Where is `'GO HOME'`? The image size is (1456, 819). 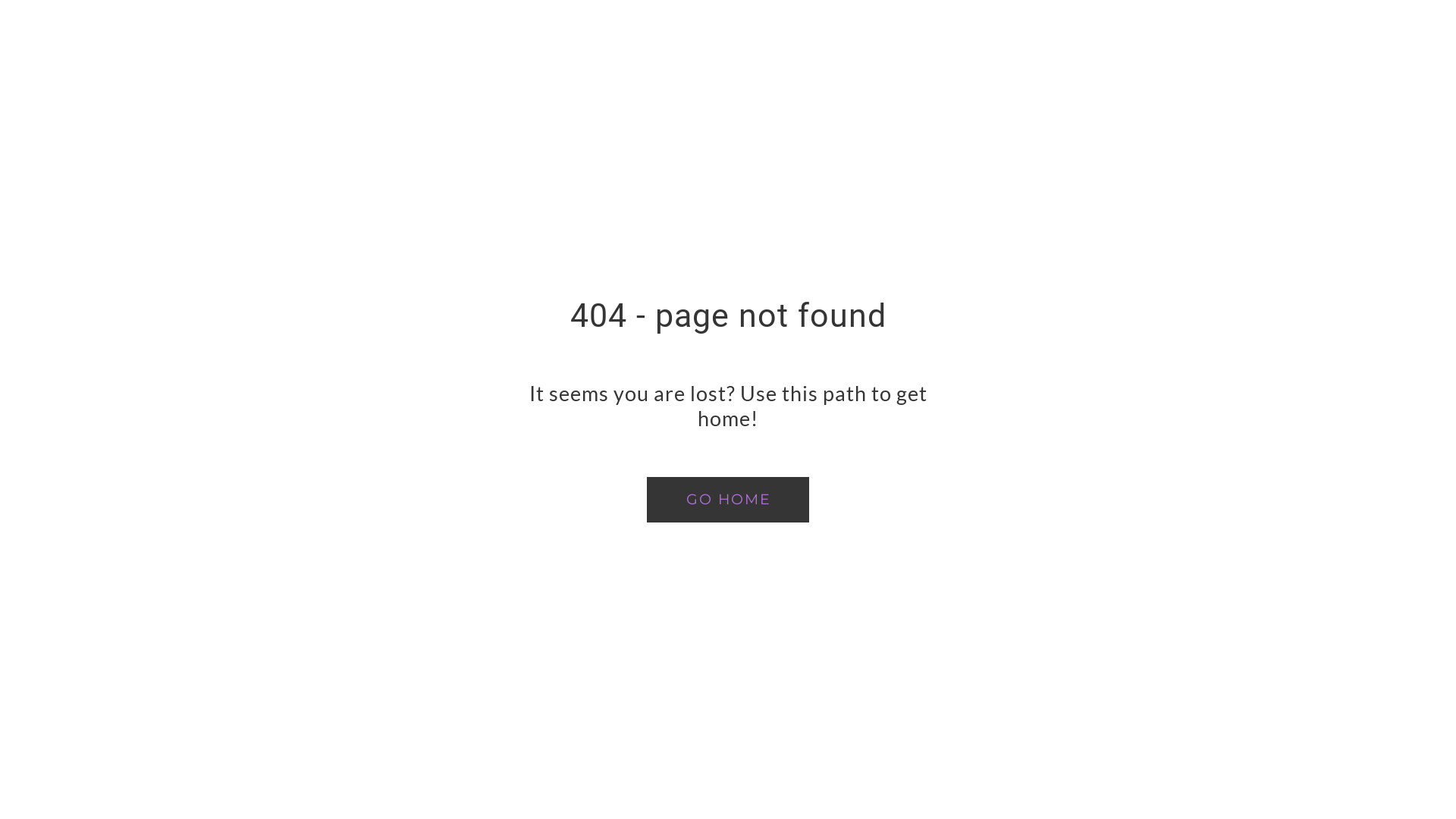 'GO HOME' is located at coordinates (728, 500).